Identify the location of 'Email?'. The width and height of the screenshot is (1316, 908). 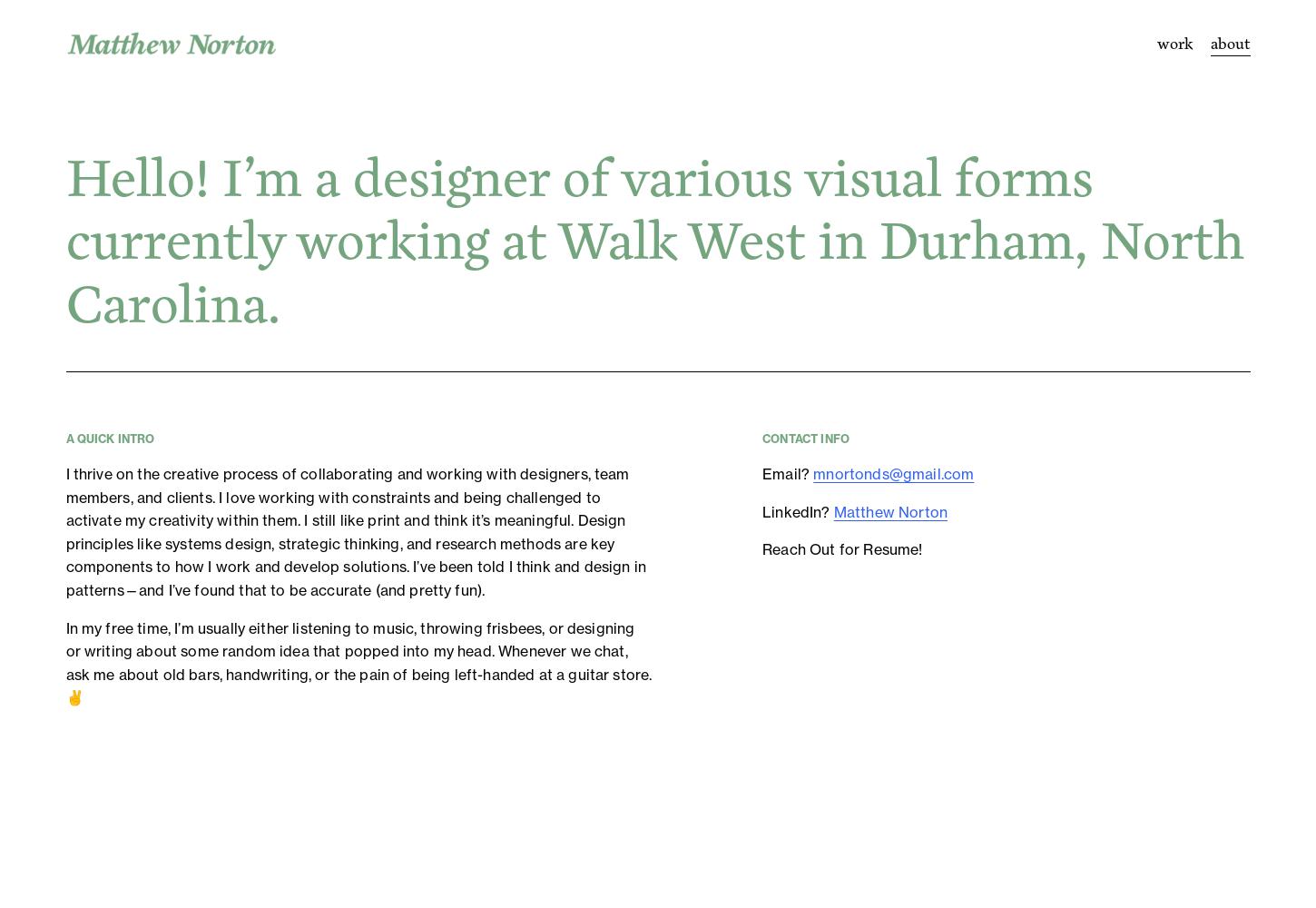
(786, 474).